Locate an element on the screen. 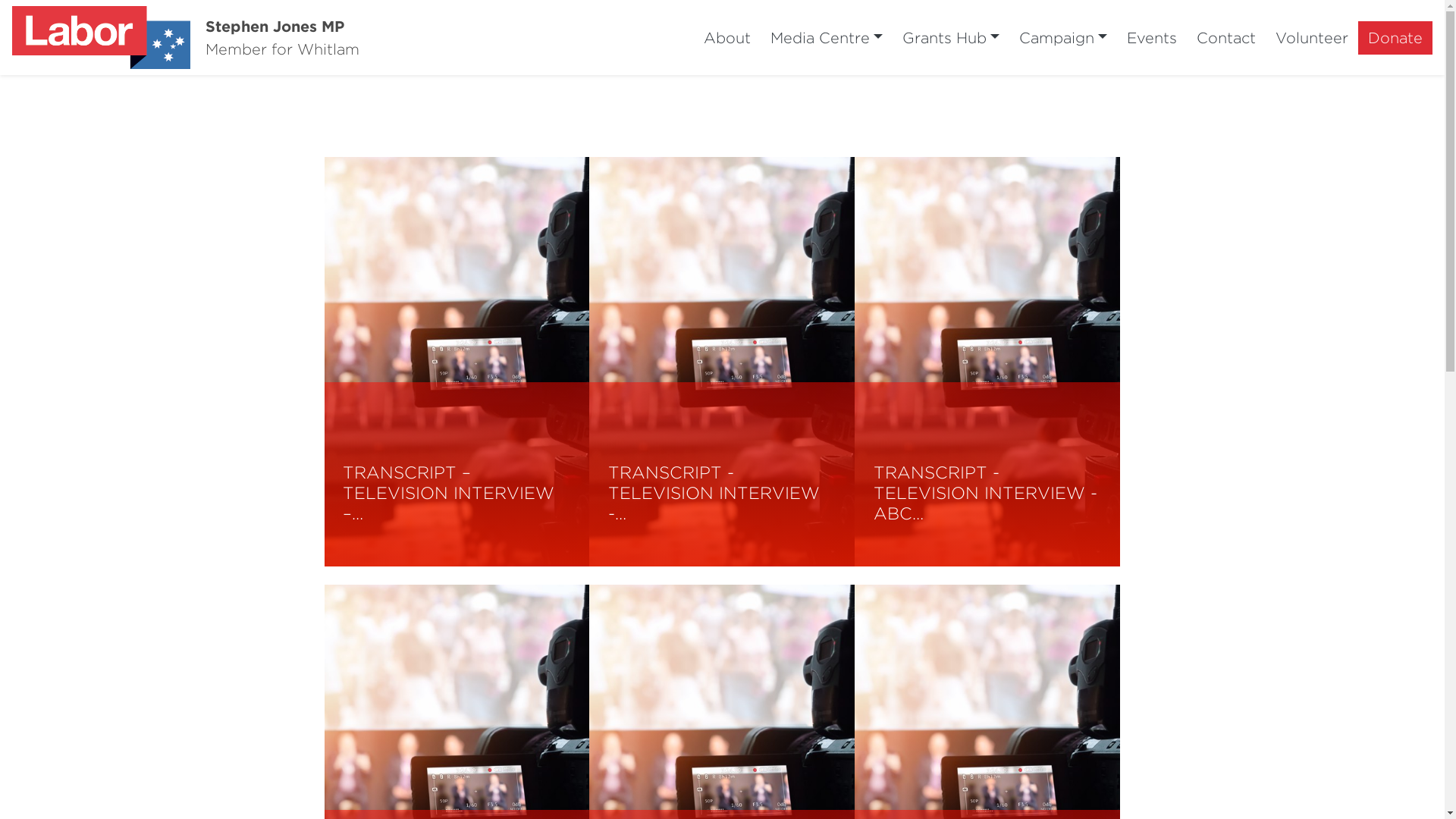 The image size is (1456, 819). 'About' is located at coordinates (726, 37).